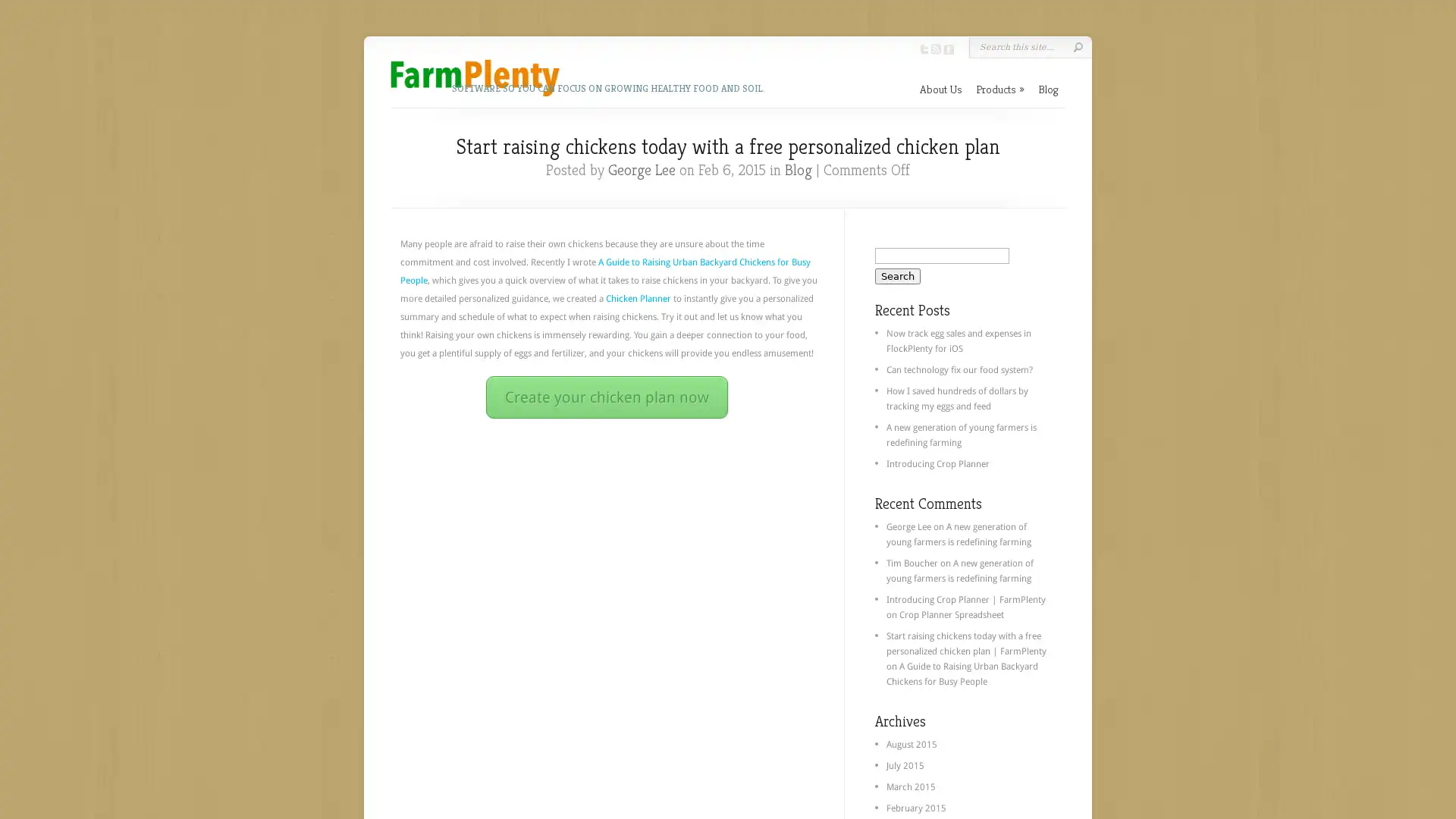 This screenshot has height=819, width=1456. Describe the element at coordinates (1077, 46) in the screenshot. I see `Submit` at that location.